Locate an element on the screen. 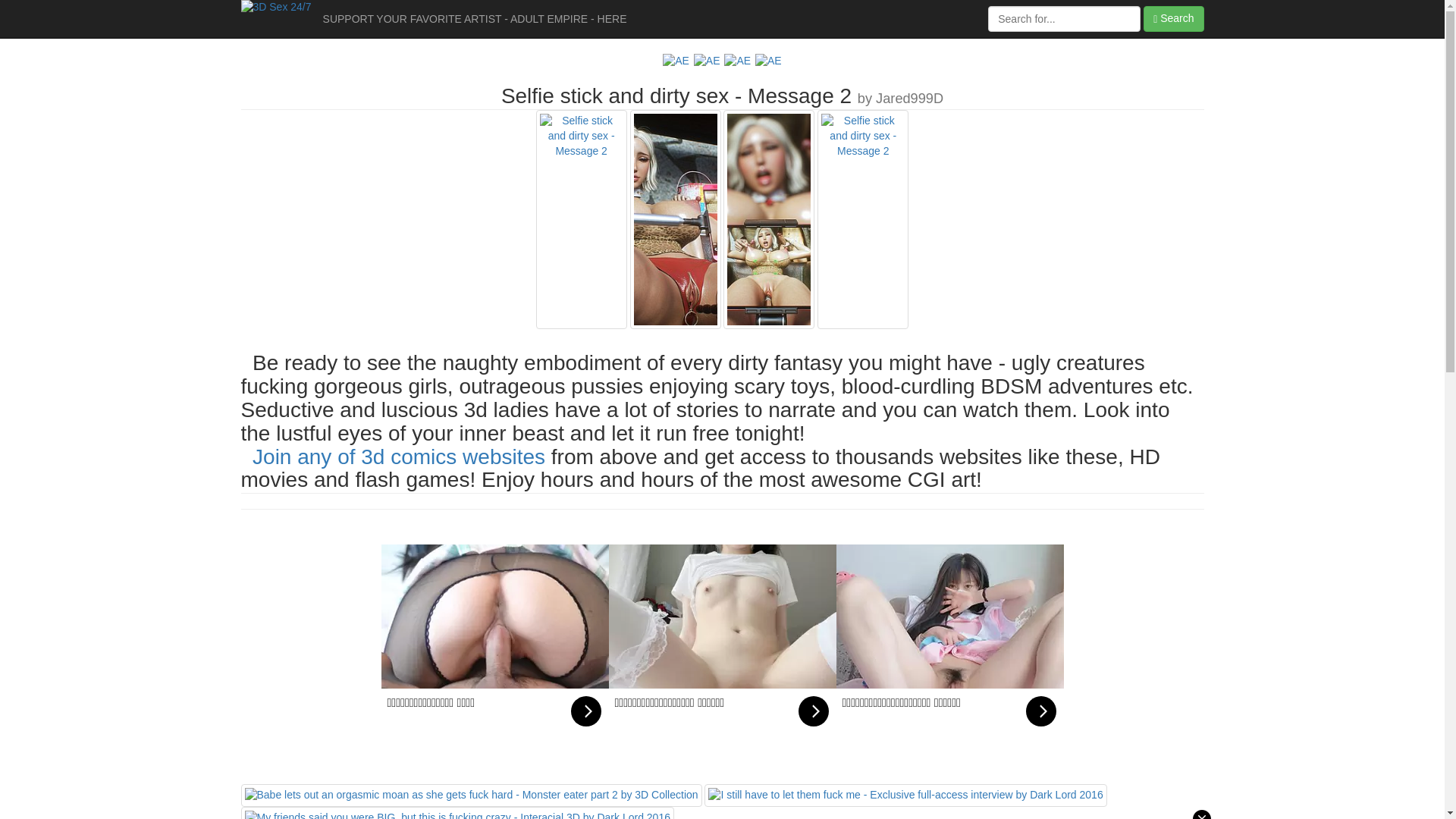  'Search' is located at coordinates (1172, 18).